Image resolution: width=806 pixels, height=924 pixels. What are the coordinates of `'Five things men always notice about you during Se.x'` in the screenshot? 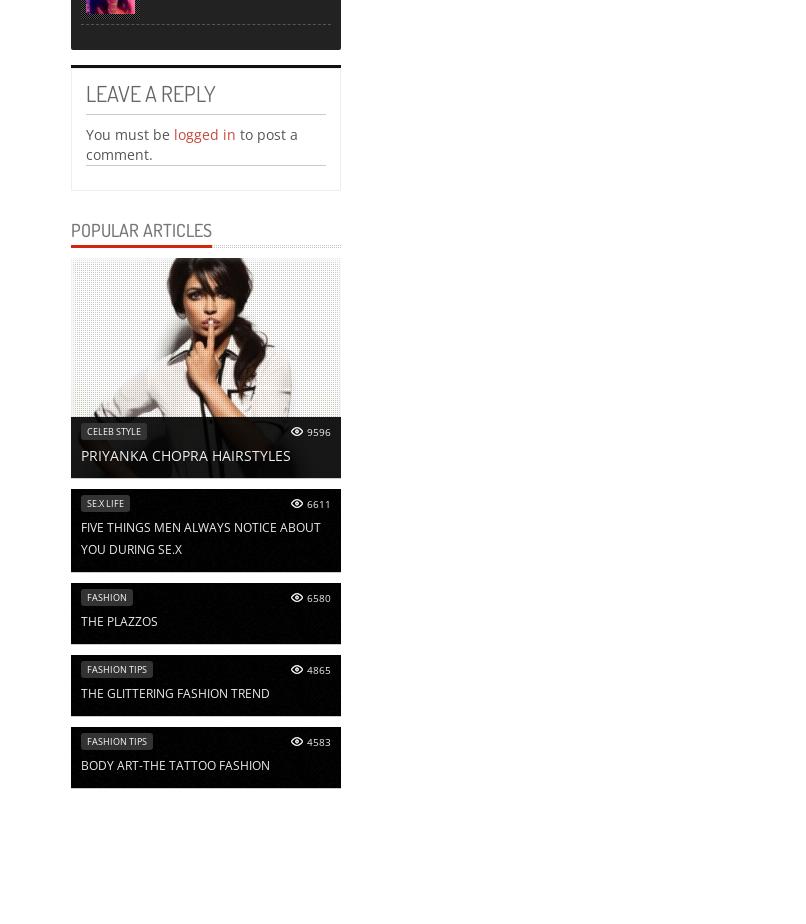 It's located at (201, 538).